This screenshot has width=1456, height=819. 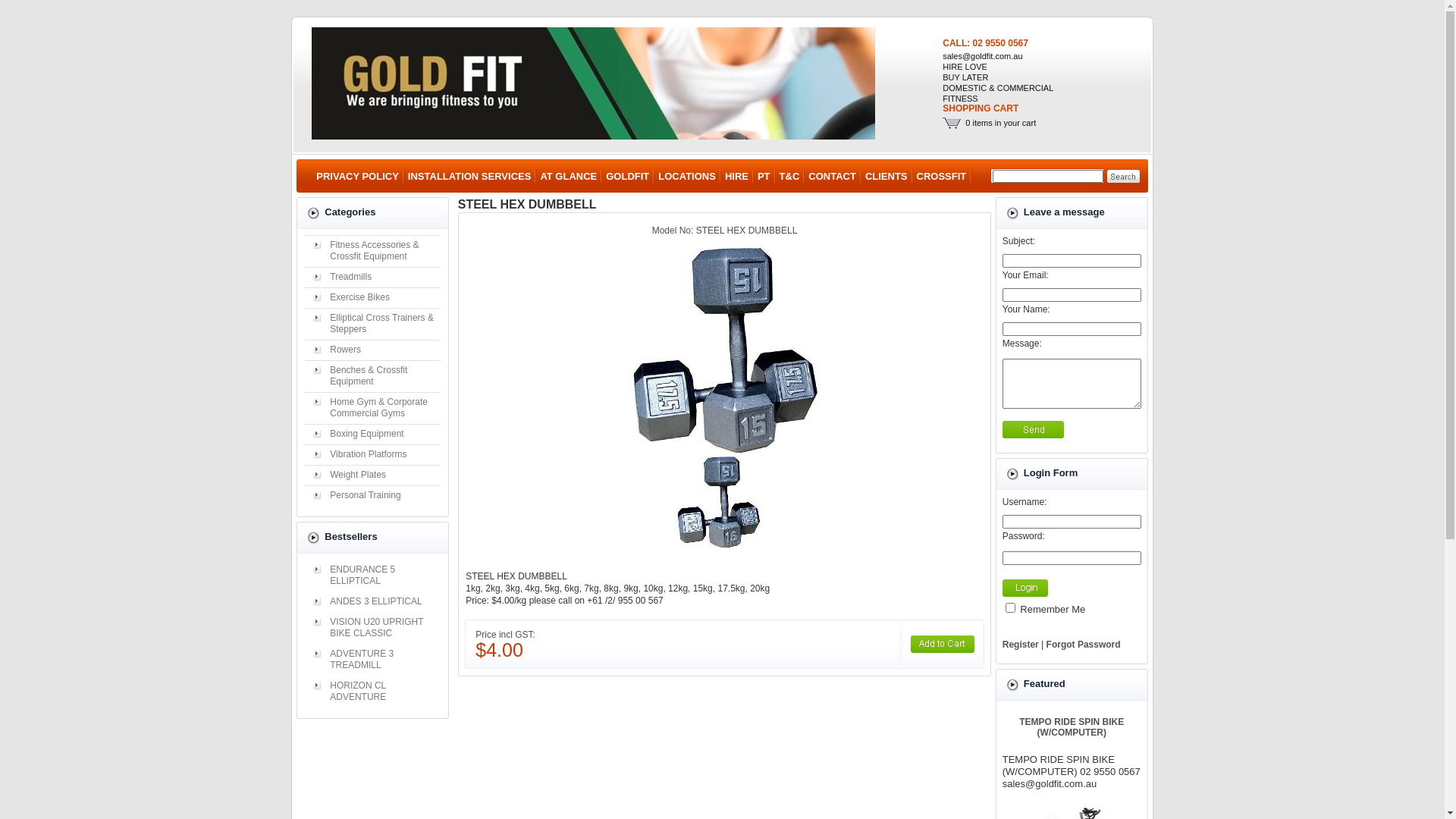 What do you see at coordinates (865, 174) in the screenshot?
I see `'CLIENTS'` at bounding box center [865, 174].